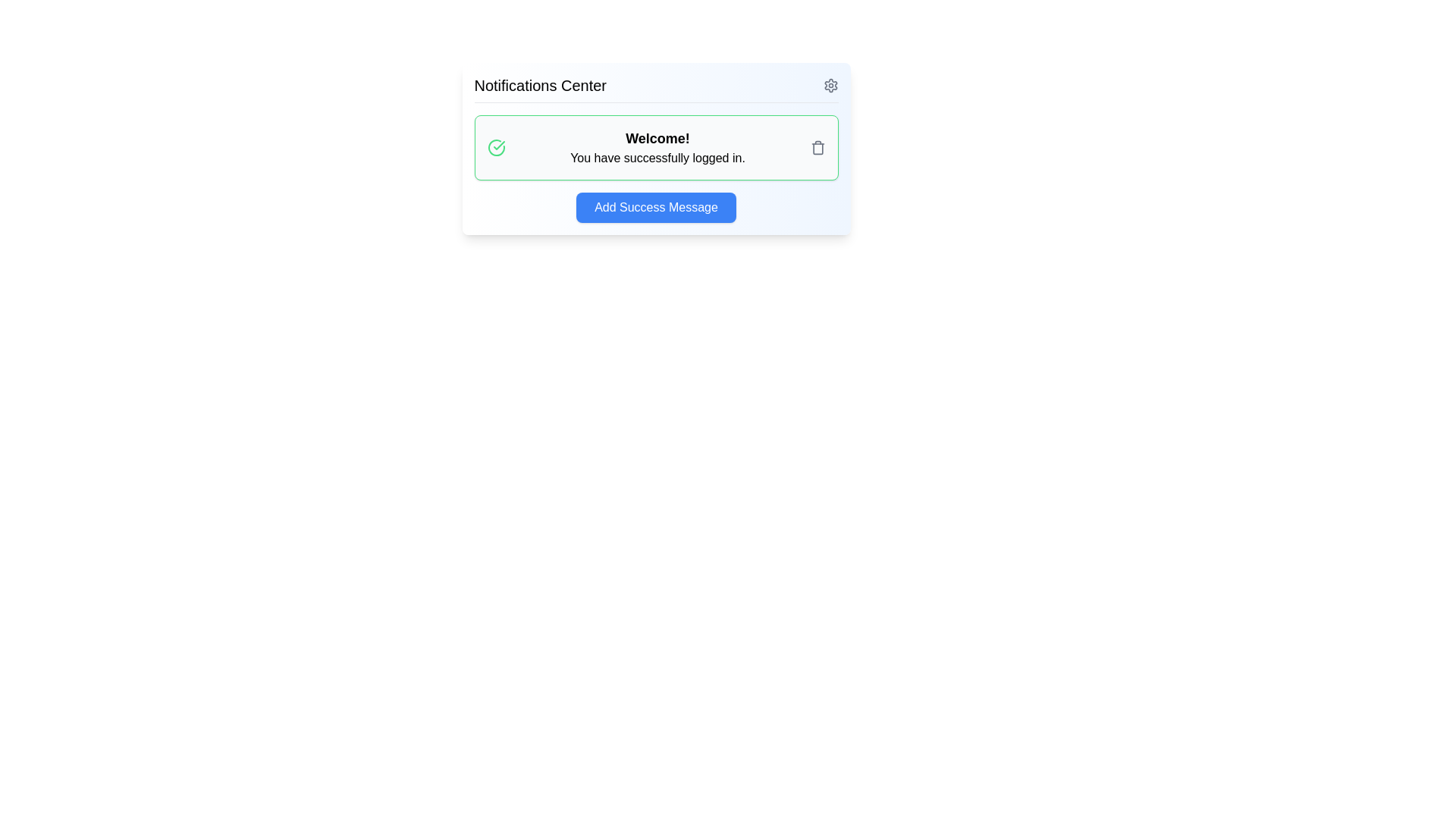 The image size is (1456, 819). Describe the element at coordinates (657, 138) in the screenshot. I see `the header text within the notification box that greets the user` at that location.